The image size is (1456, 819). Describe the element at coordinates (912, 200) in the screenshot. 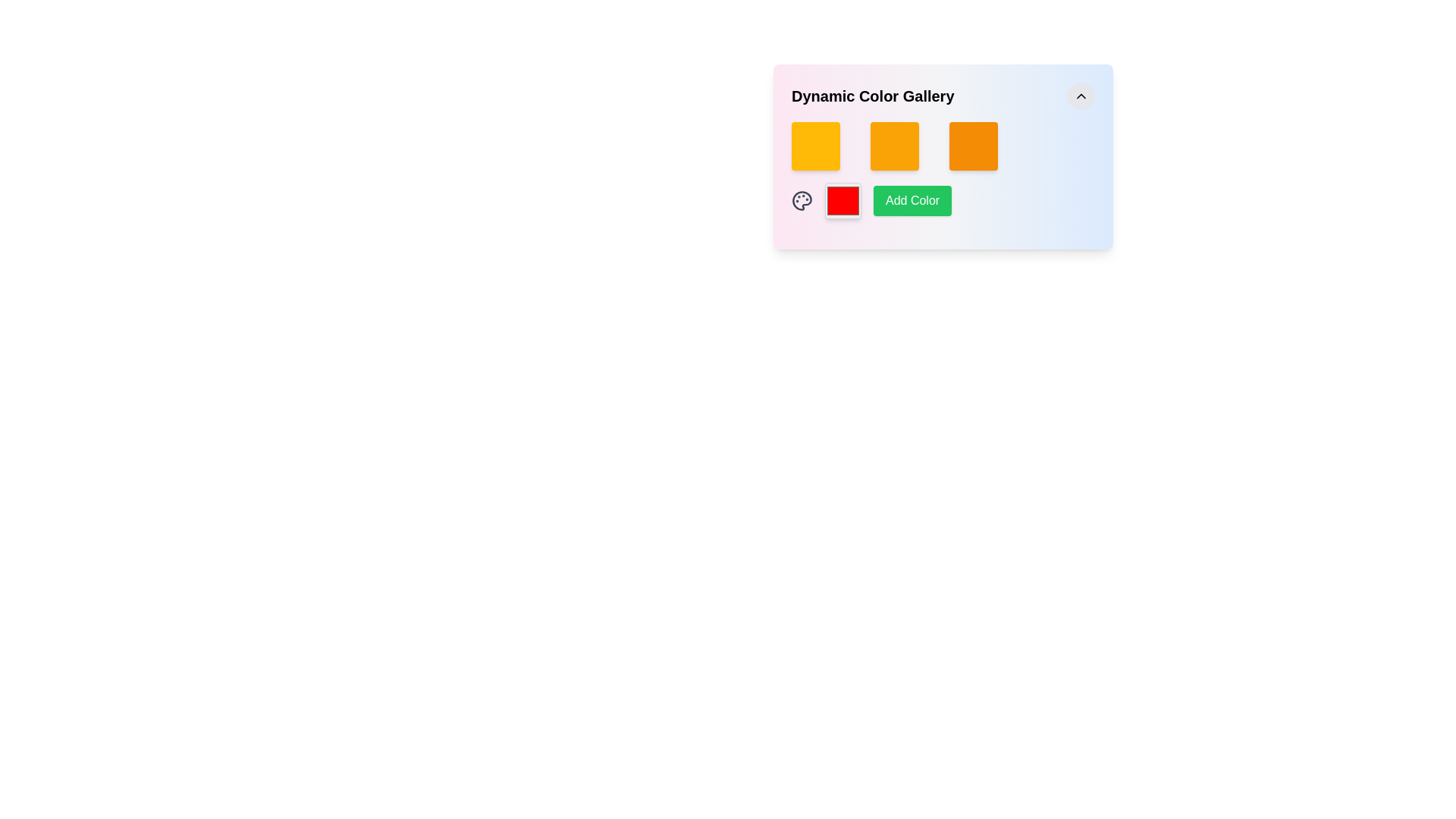

I see `the 'Add Color' button with a green background and white text` at that location.